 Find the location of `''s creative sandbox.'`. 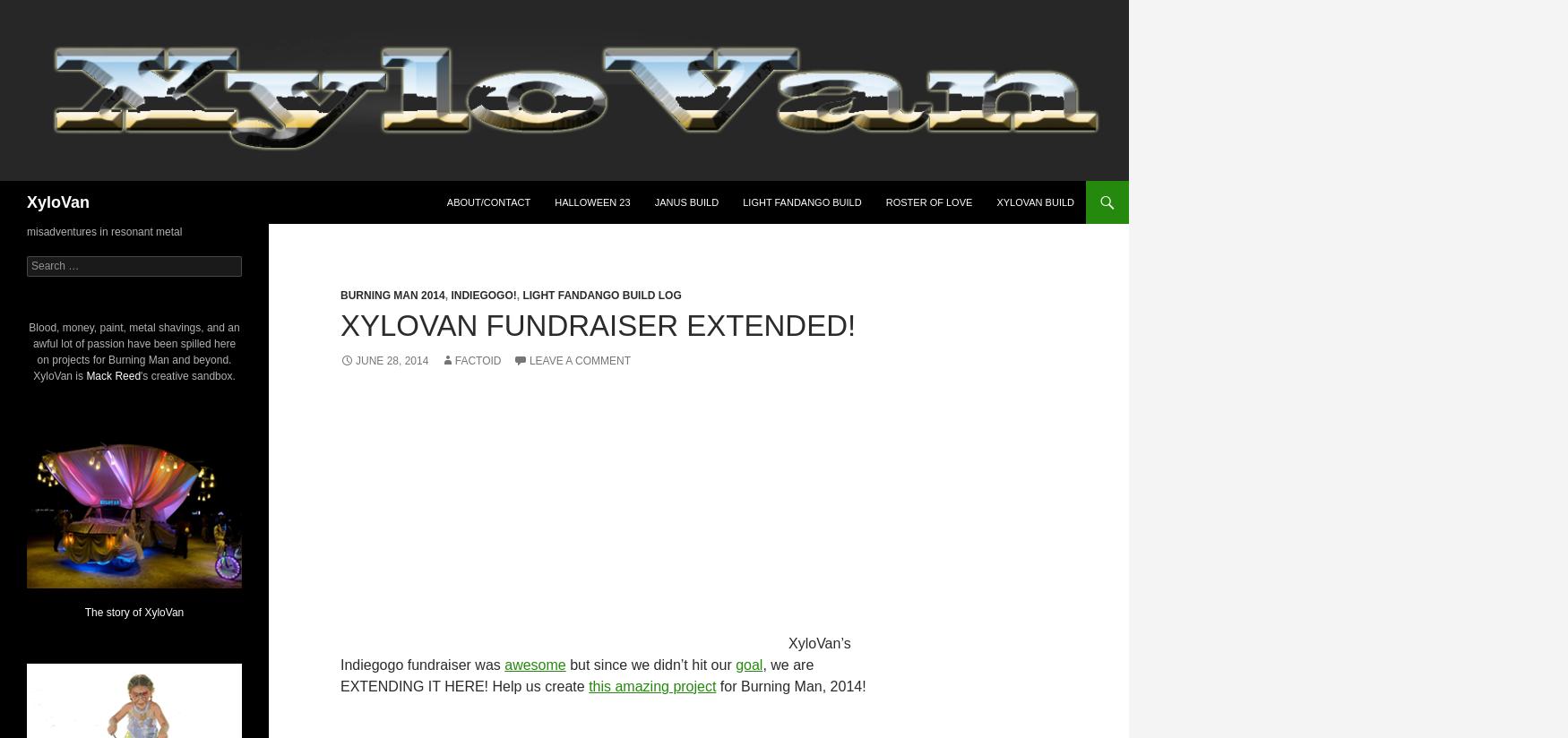

''s creative sandbox.' is located at coordinates (139, 374).